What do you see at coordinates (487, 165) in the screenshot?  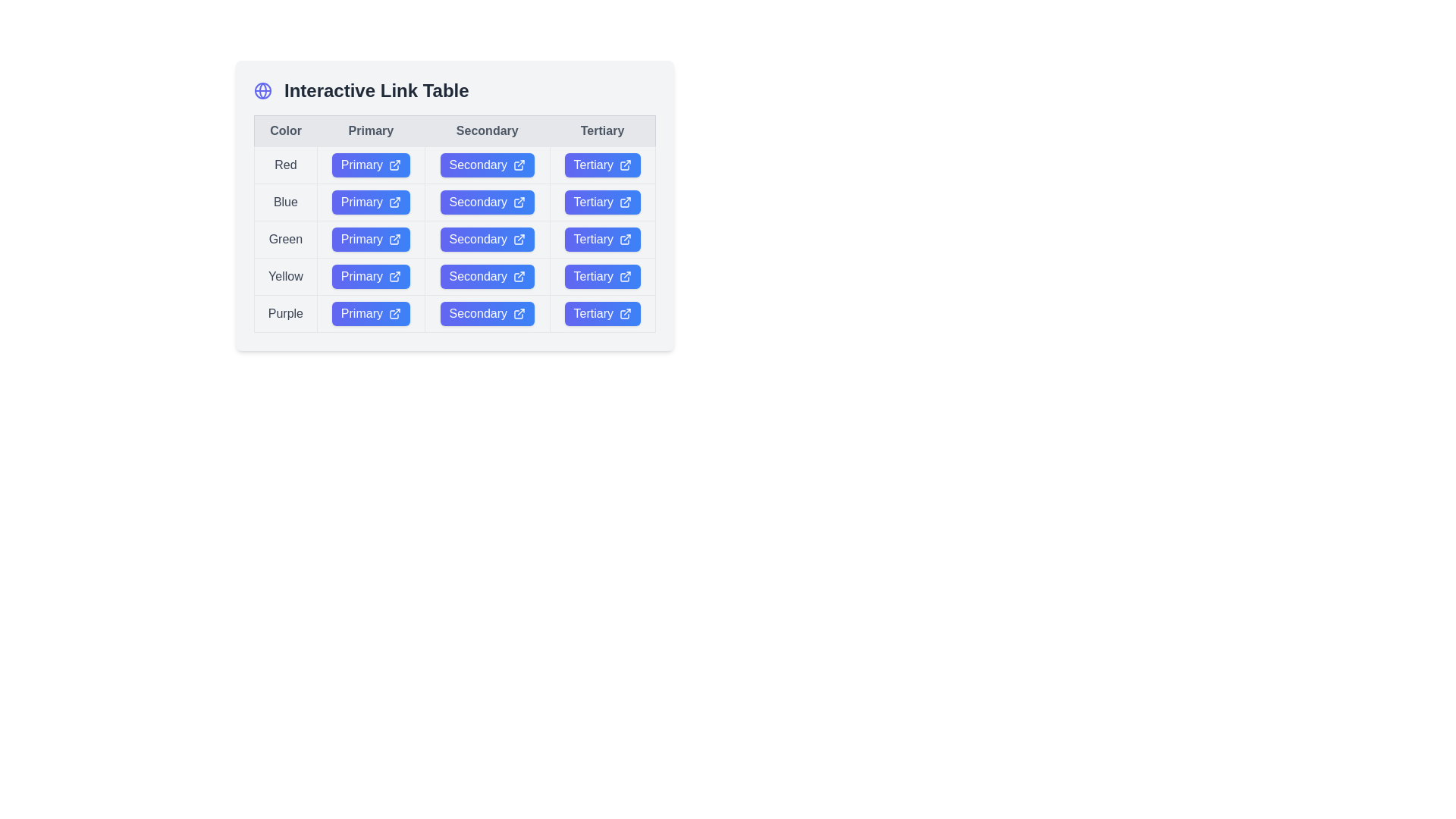 I see `the 'Secondary' button, which is a rectangular button with rounded edges, gradient background from indigo to blue, containing white text 'Secondary' and an external link icon, located` at bounding box center [487, 165].